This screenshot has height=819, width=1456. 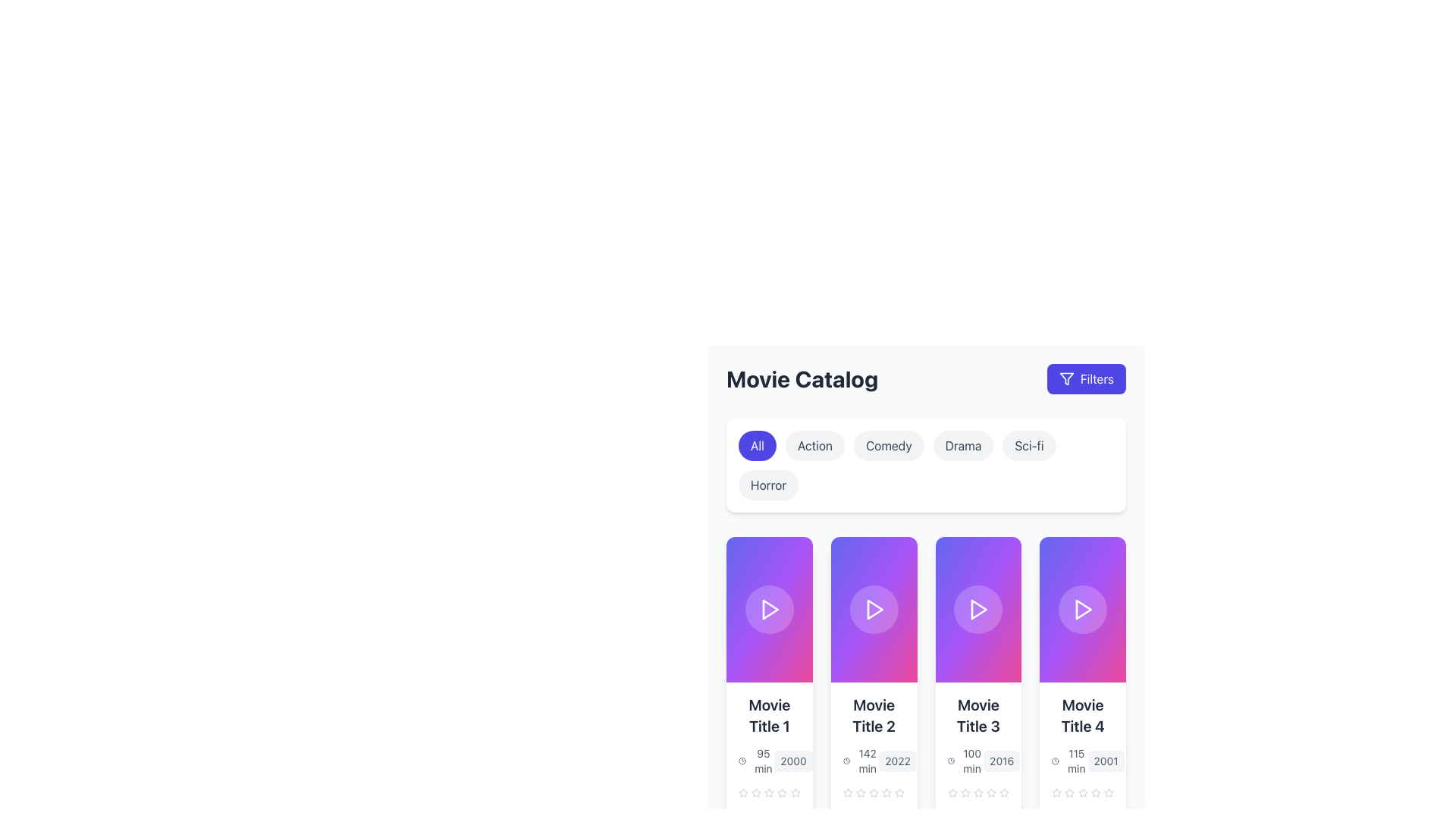 I want to click on the triangular play icon with a gradient background located in the center of the third column of the movie grid for 'Movie Title 3', so click(x=979, y=608).